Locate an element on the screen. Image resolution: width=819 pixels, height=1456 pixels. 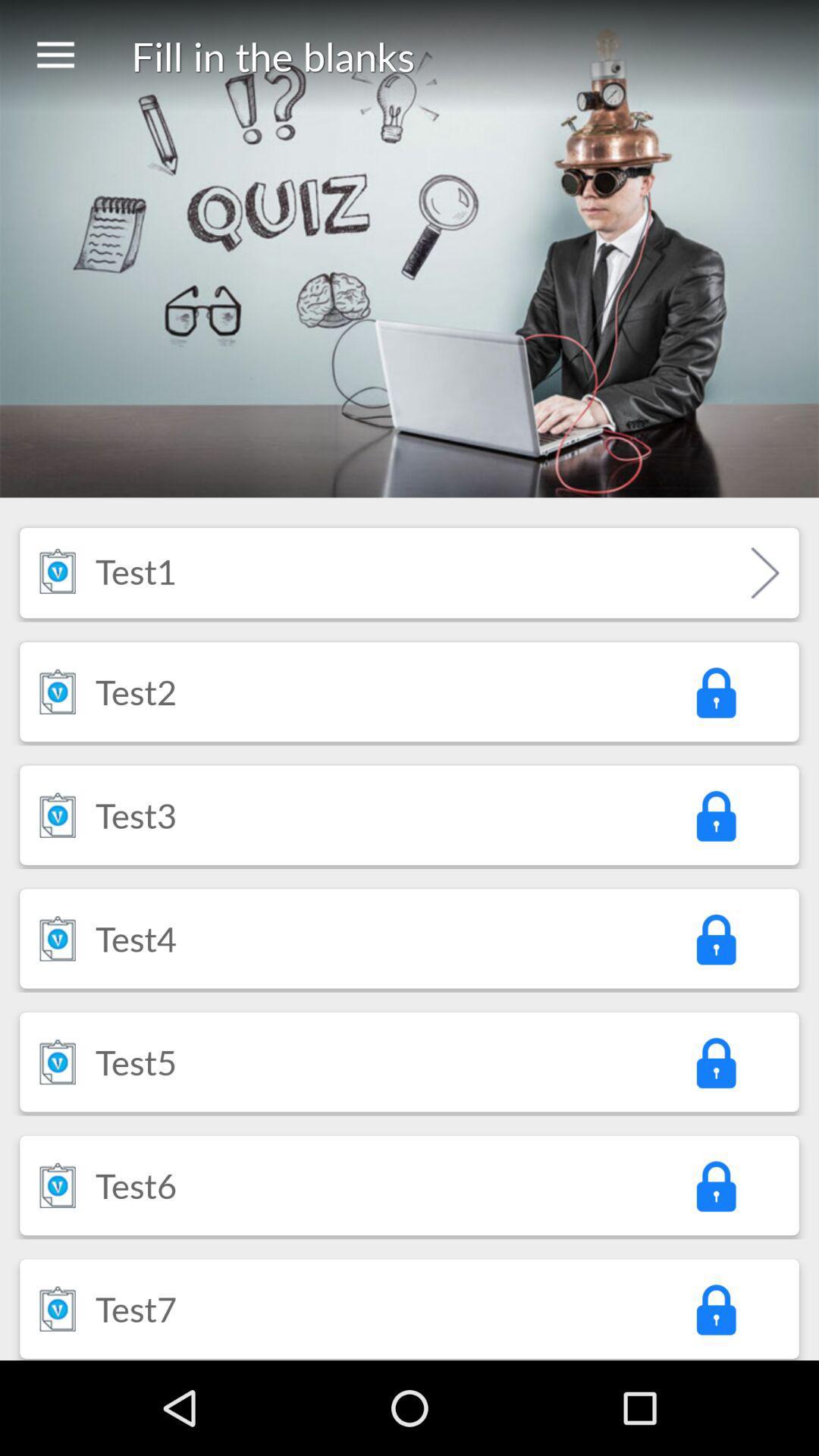
test1 is located at coordinates (135, 570).